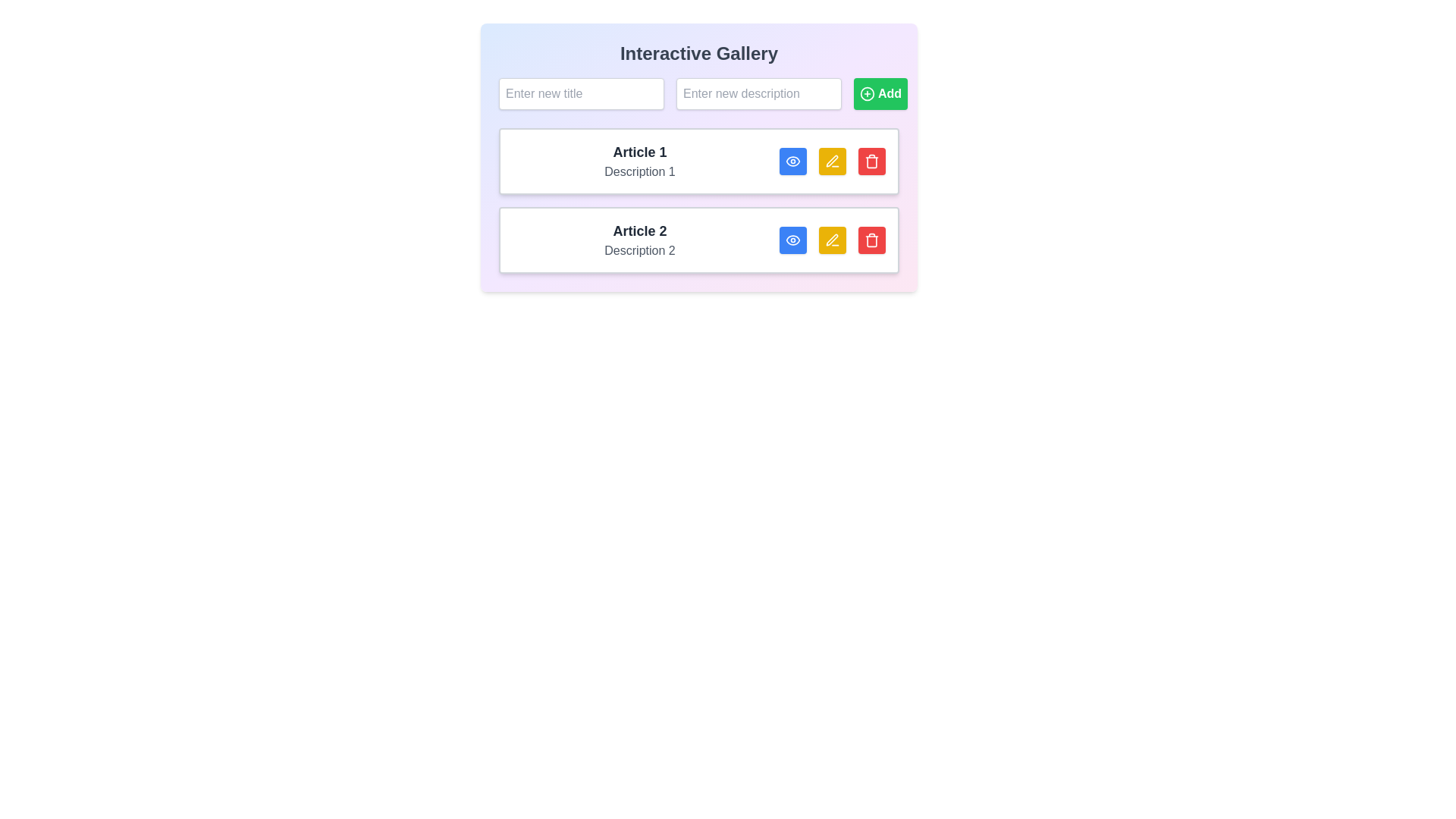 The height and width of the screenshot is (819, 1456). Describe the element at coordinates (832, 239) in the screenshot. I see `the edit button located to the right of the 'Article 2' row, between the blue viewing icon and the red delete icon` at that location.